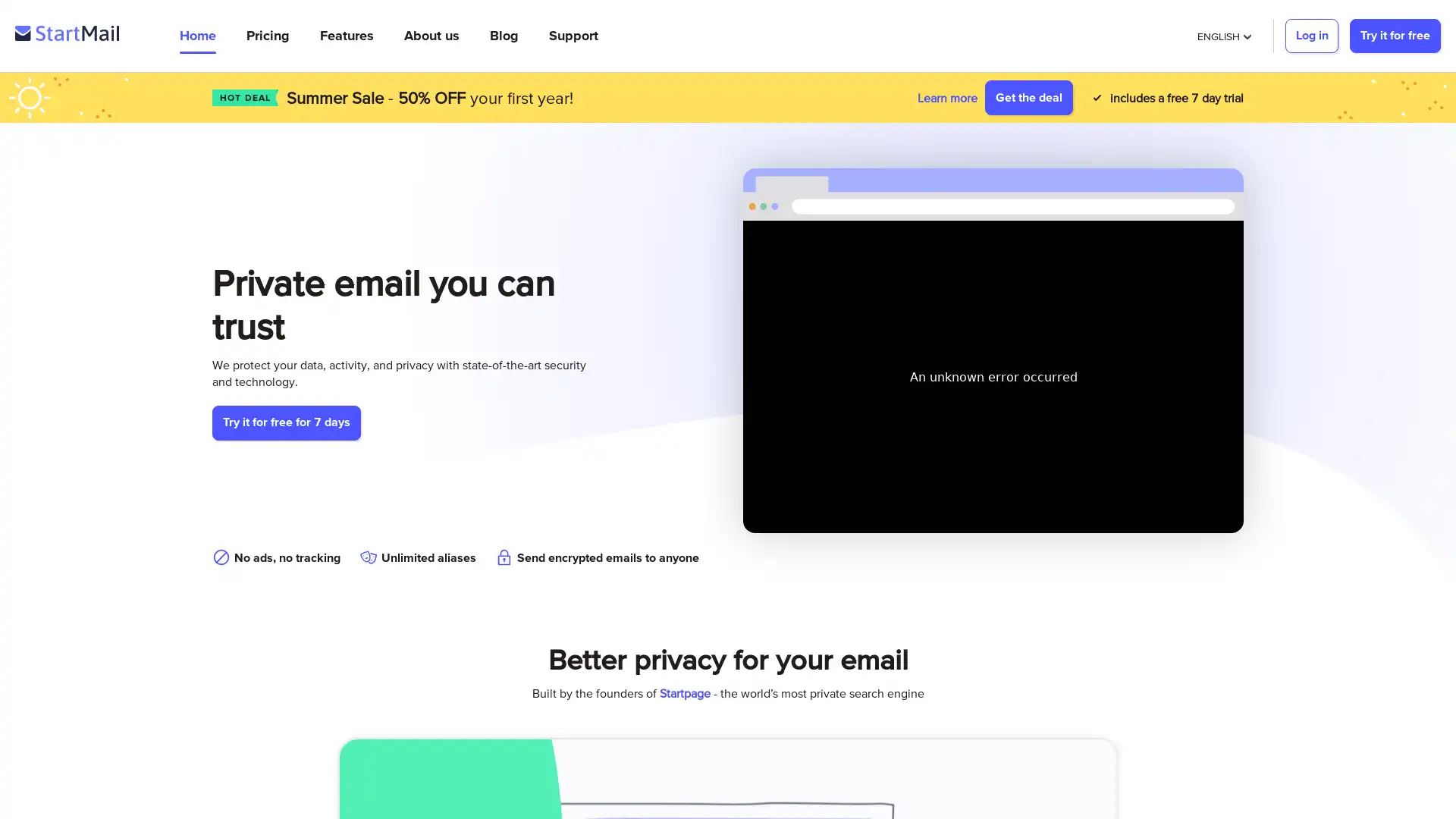 The image size is (1456, 819). Describe the element at coordinates (1223, 34) in the screenshot. I see `Selected Language: English` at that location.